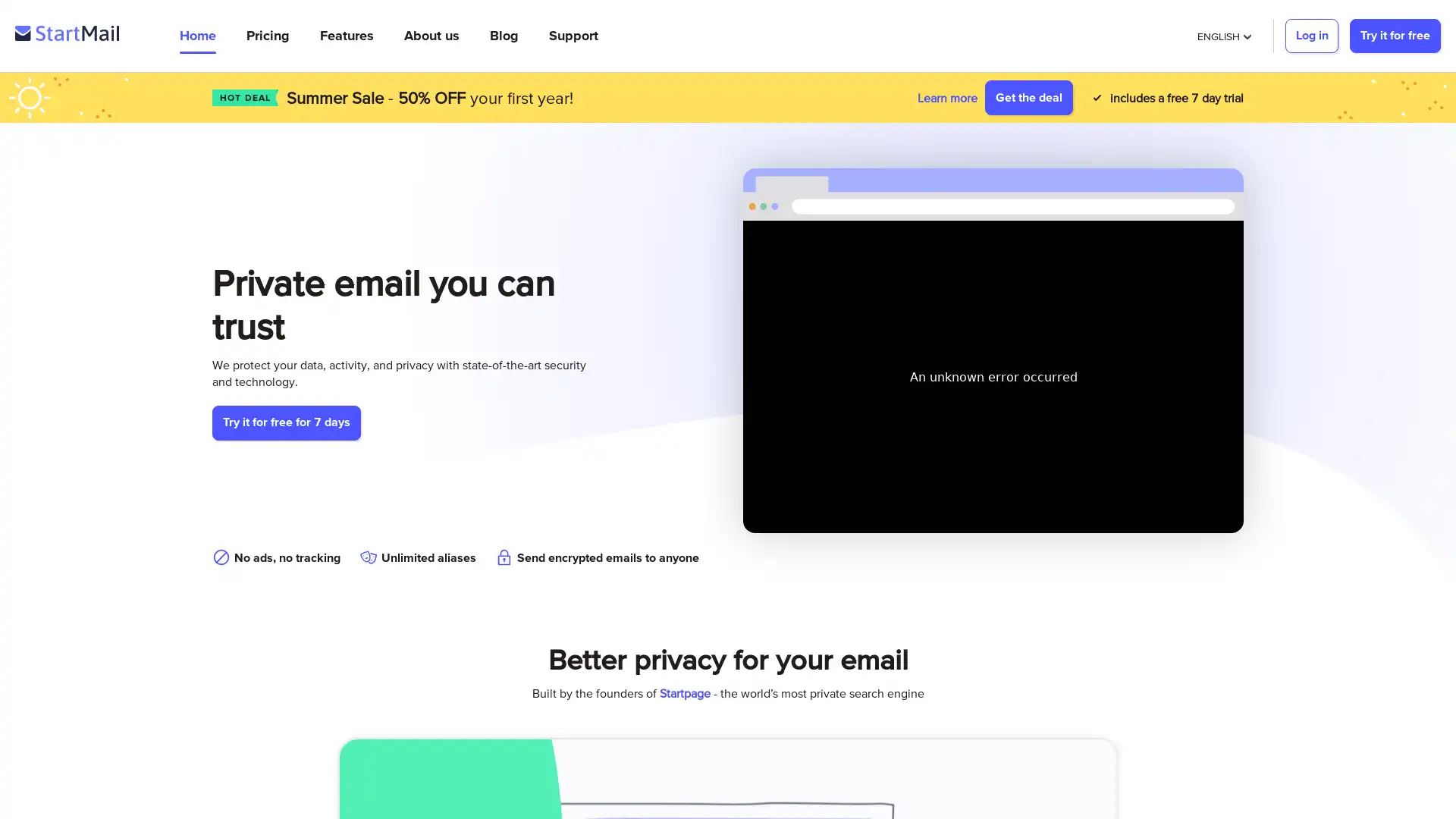 The image size is (1456, 819). Describe the element at coordinates (1223, 34) in the screenshot. I see `Selected Language: English` at that location.